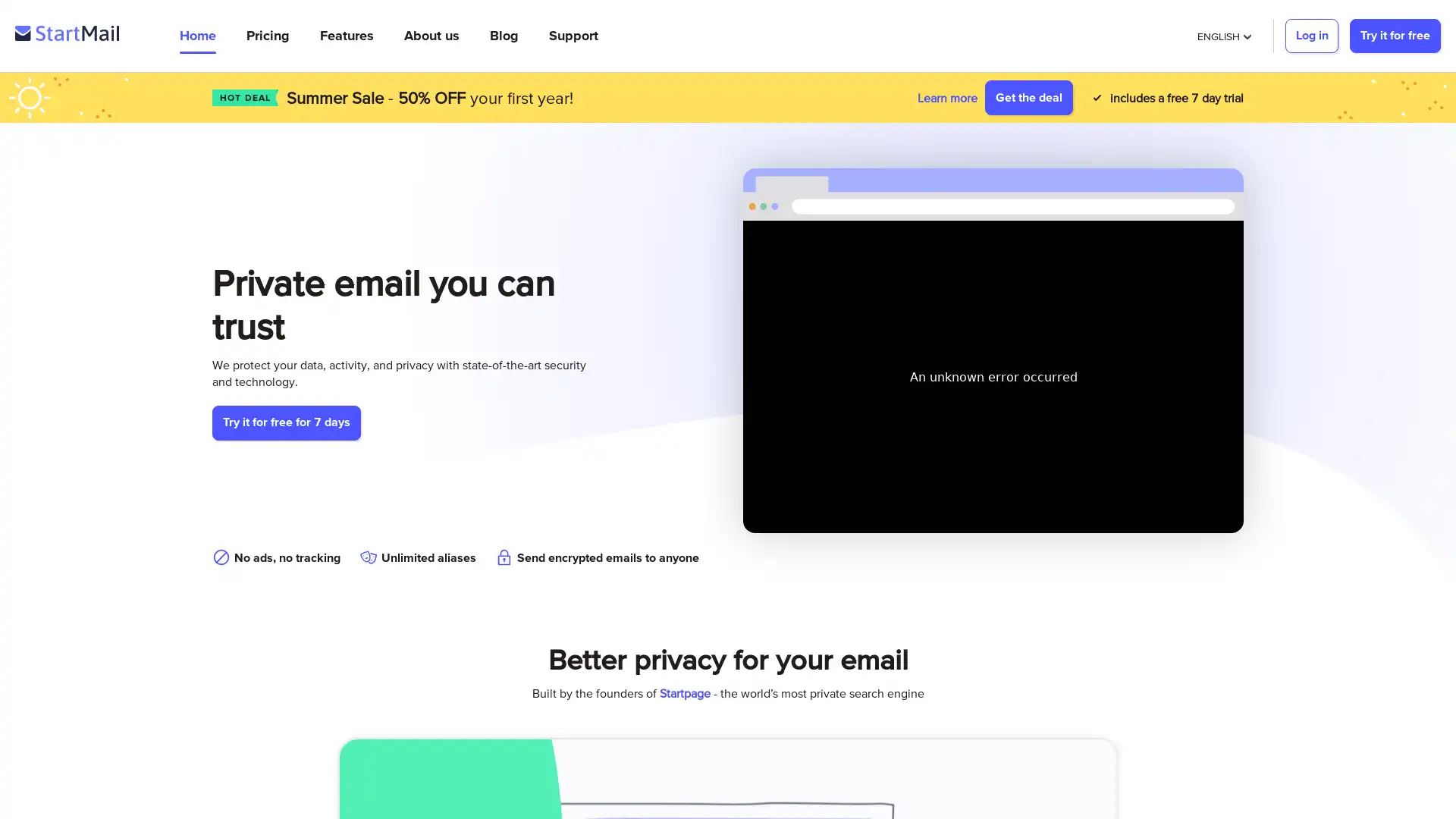 The image size is (1456, 819). Describe the element at coordinates (1223, 34) in the screenshot. I see `Selected Language: English` at that location.